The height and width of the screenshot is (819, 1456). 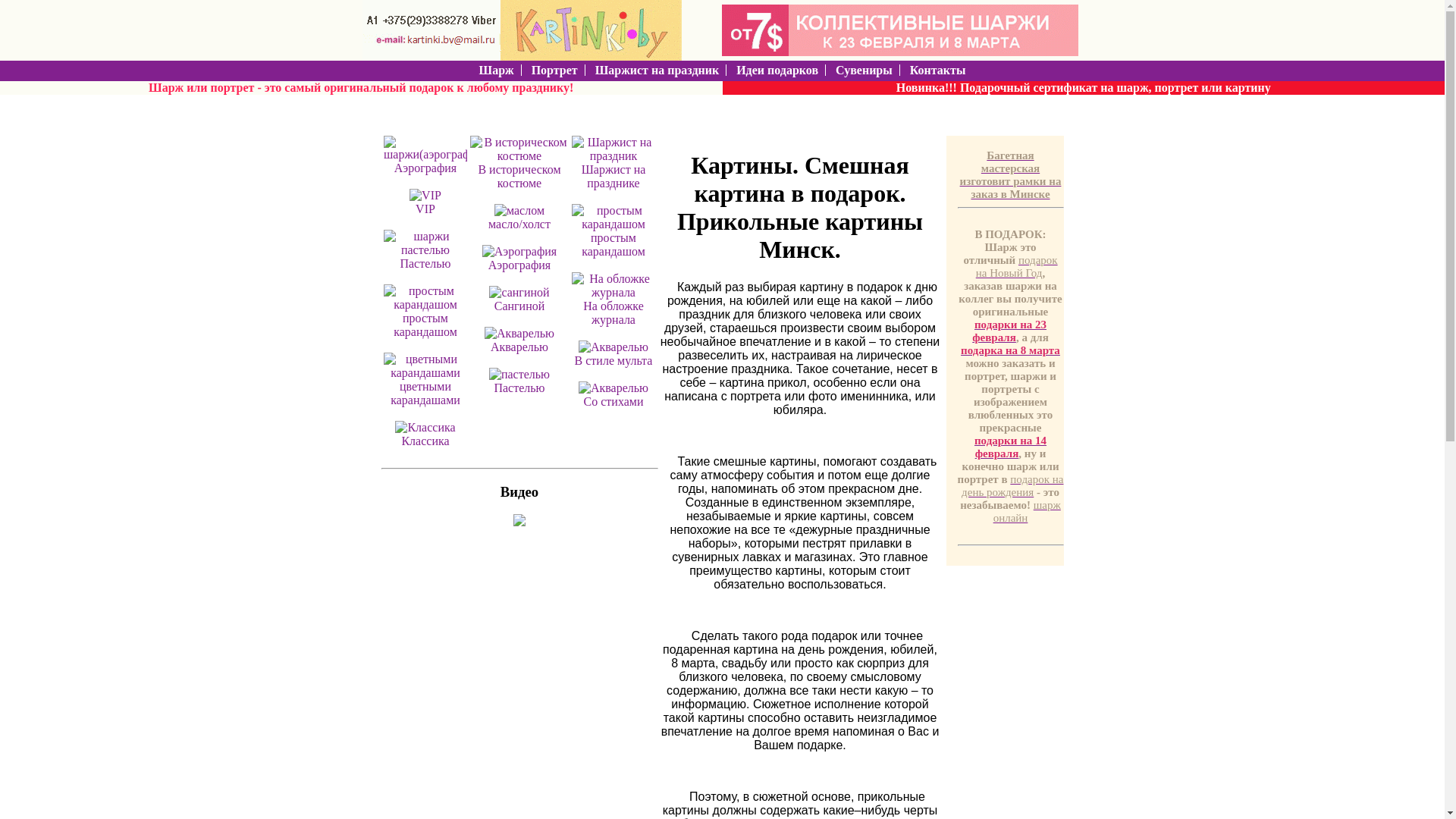 What do you see at coordinates (415, 209) in the screenshot?
I see `'VIP'` at bounding box center [415, 209].